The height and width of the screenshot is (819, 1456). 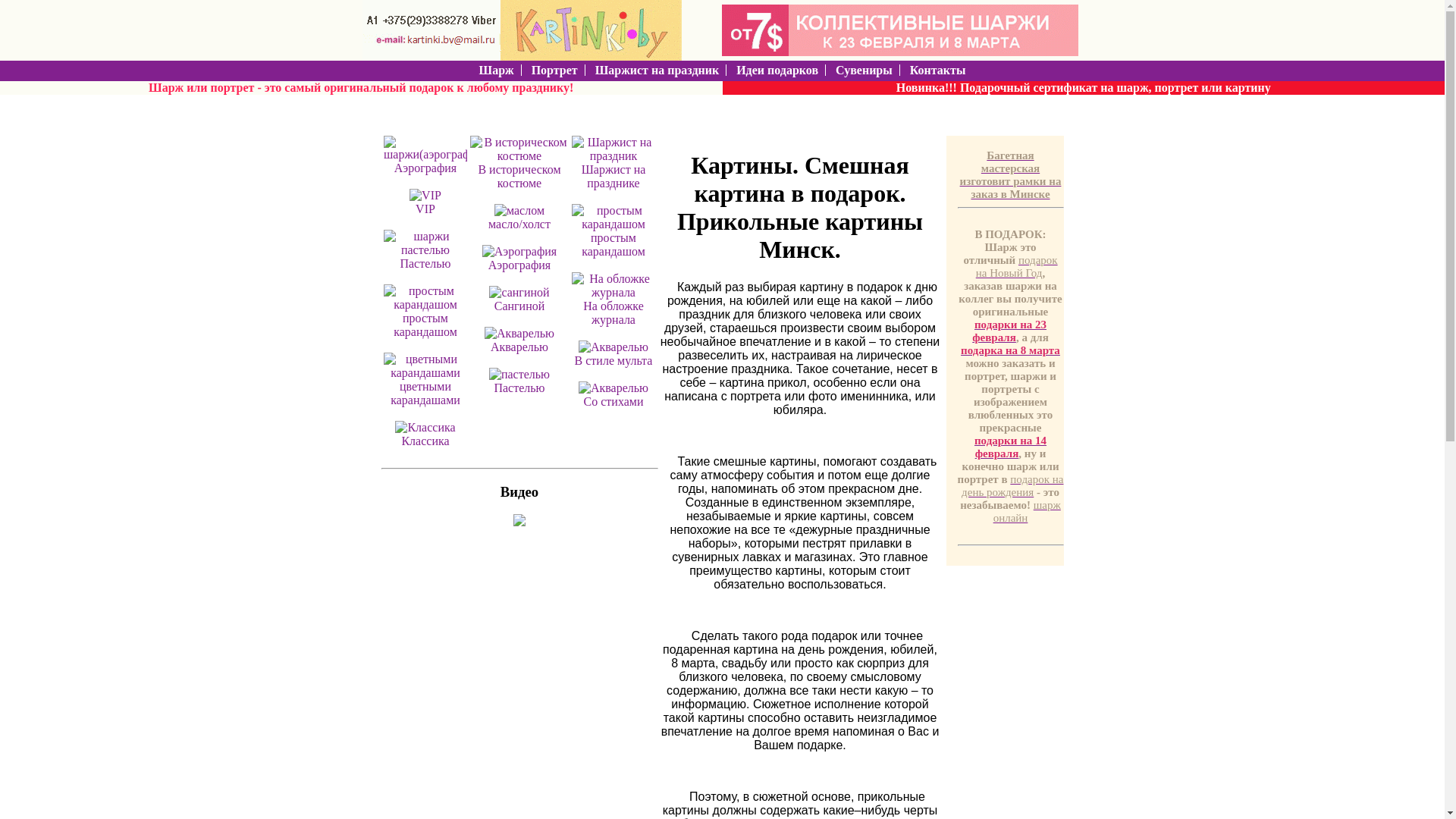 What do you see at coordinates (415, 209) in the screenshot?
I see `'VIP'` at bounding box center [415, 209].